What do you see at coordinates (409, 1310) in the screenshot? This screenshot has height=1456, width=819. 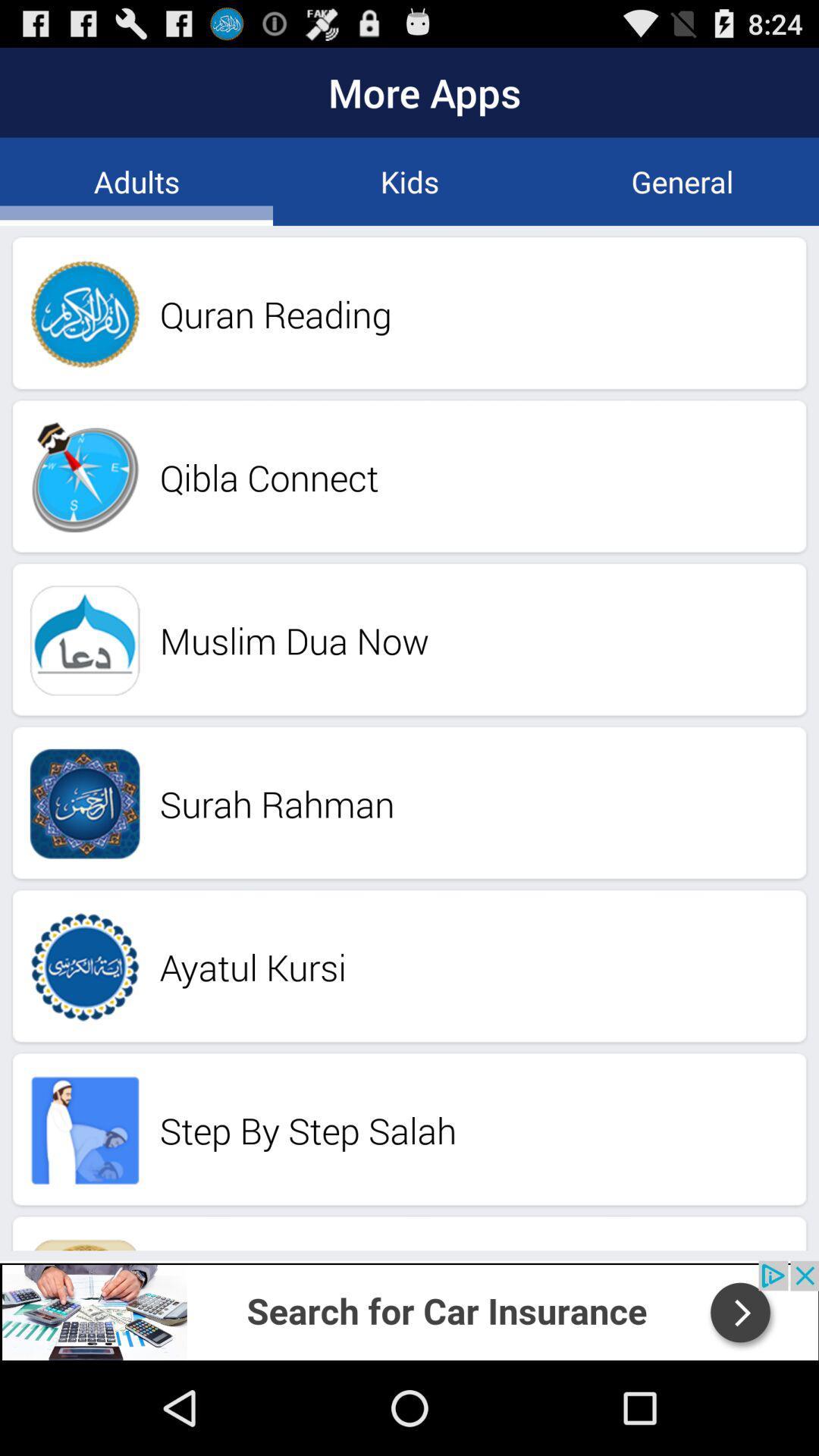 I see `advertisement` at bounding box center [409, 1310].